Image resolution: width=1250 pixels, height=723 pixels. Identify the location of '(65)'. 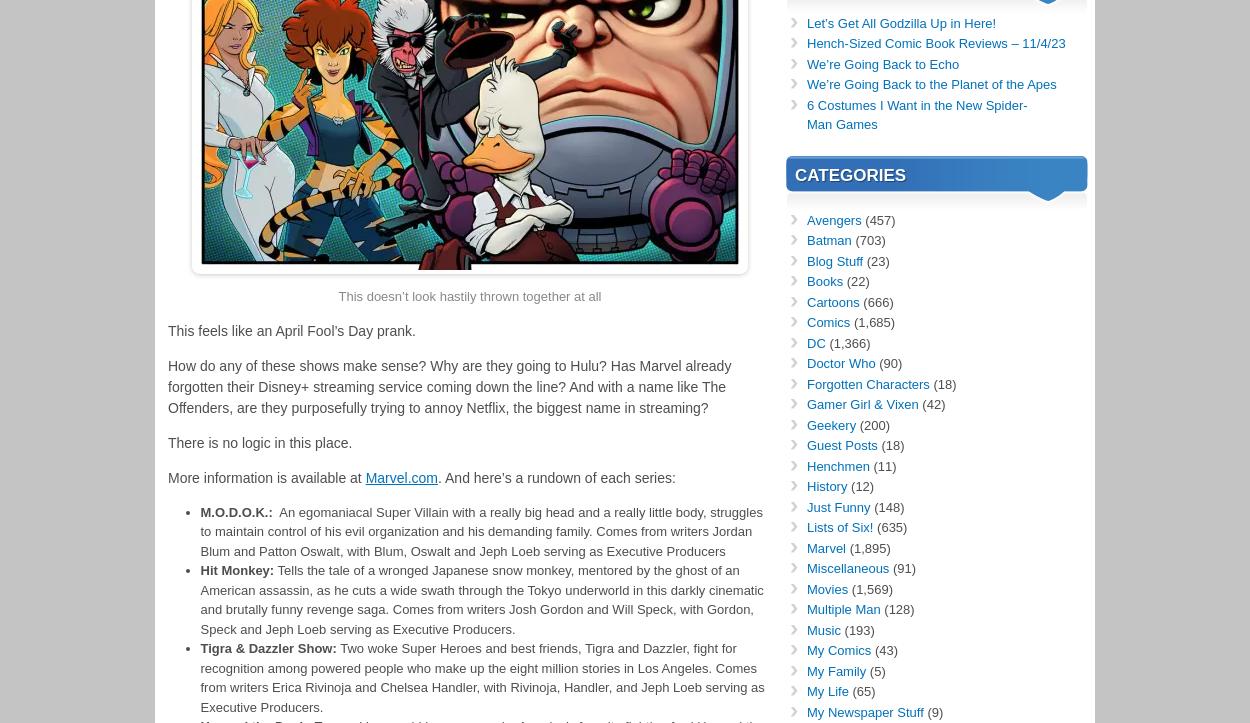
(847, 690).